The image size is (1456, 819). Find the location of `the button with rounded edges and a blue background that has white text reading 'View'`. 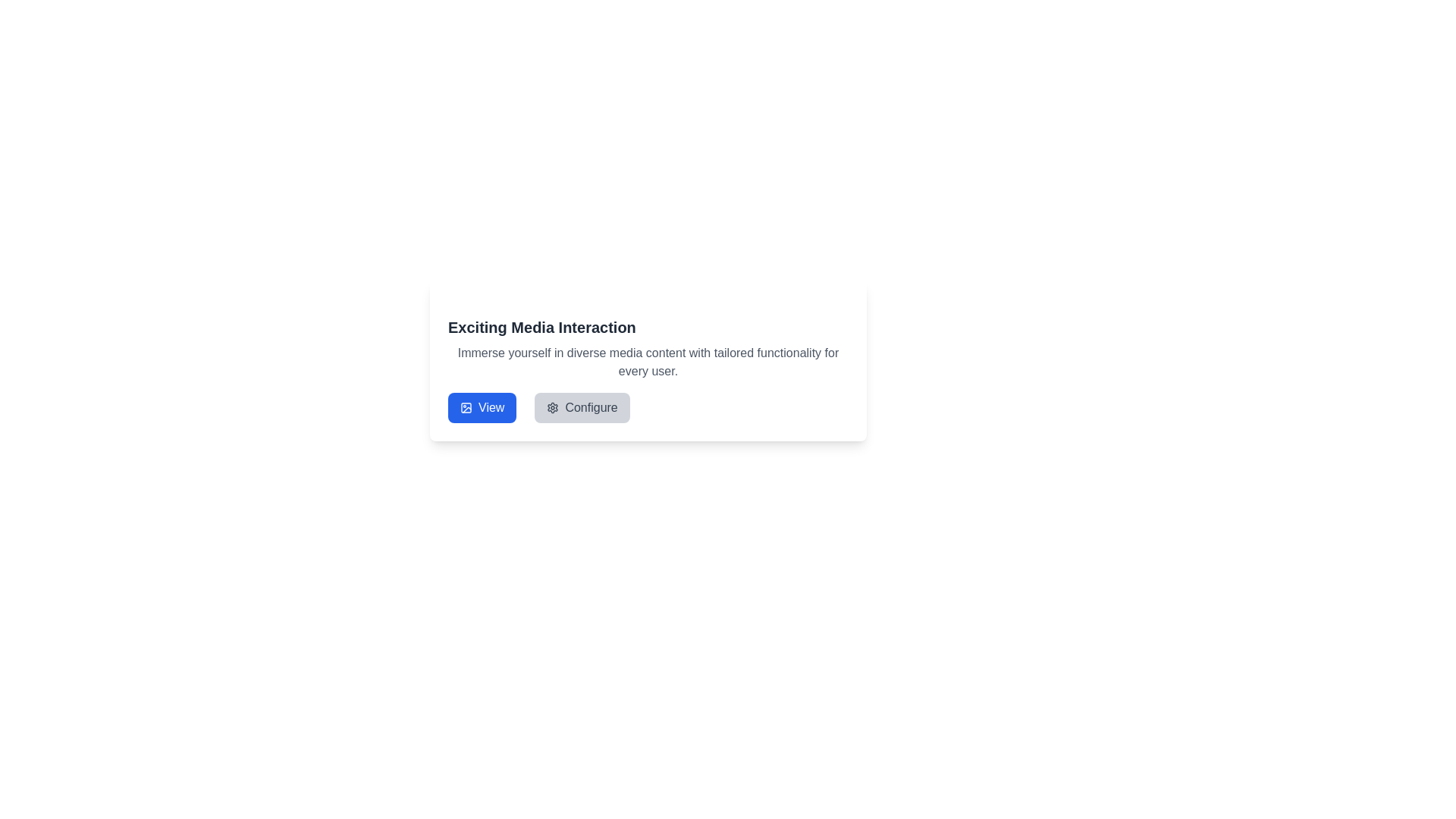

the button with rounded edges and a blue background that has white text reading 'View' is located at coordinates (481, 406).